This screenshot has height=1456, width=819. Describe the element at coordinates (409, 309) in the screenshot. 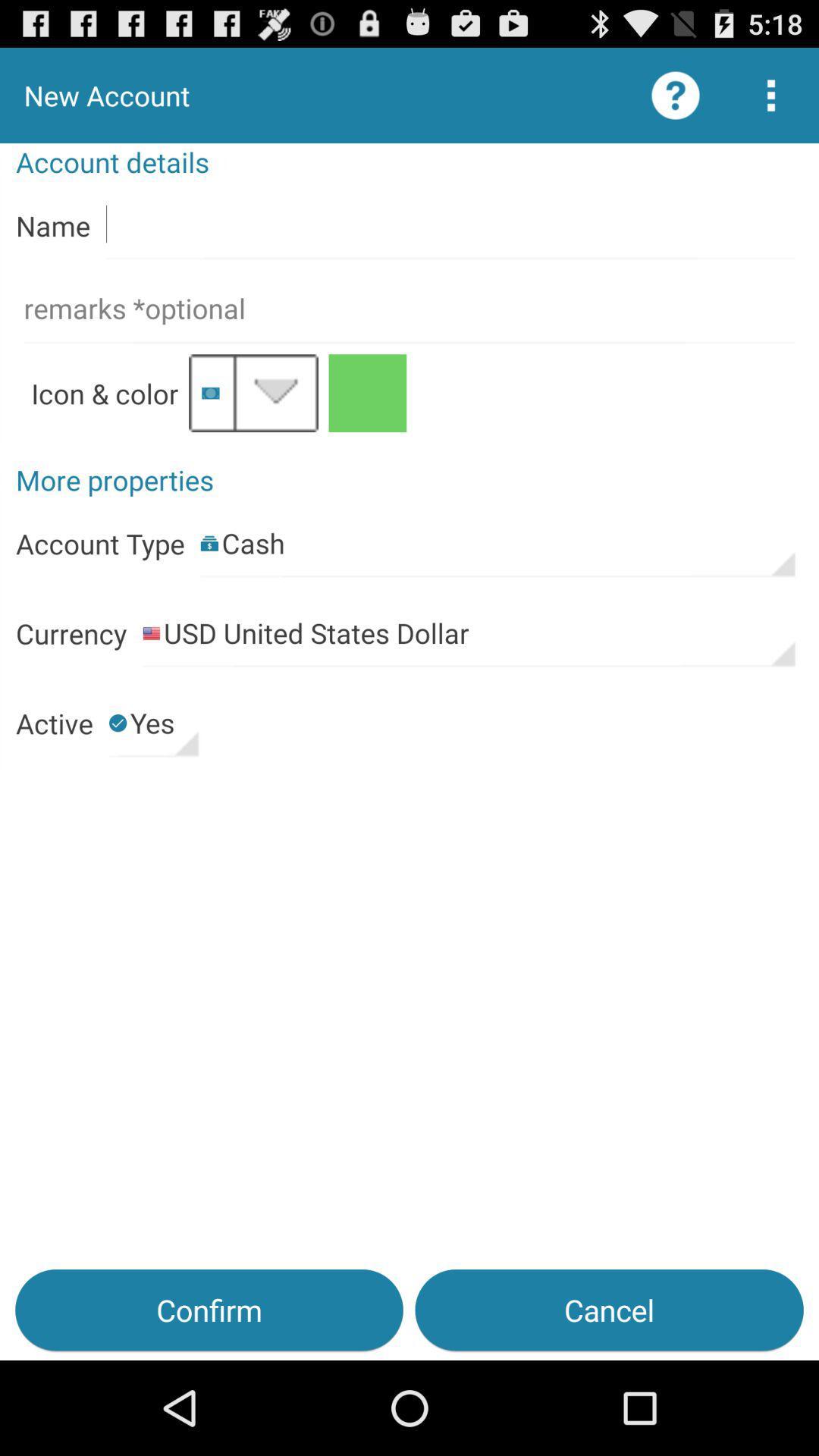

I see `remars` at that location.